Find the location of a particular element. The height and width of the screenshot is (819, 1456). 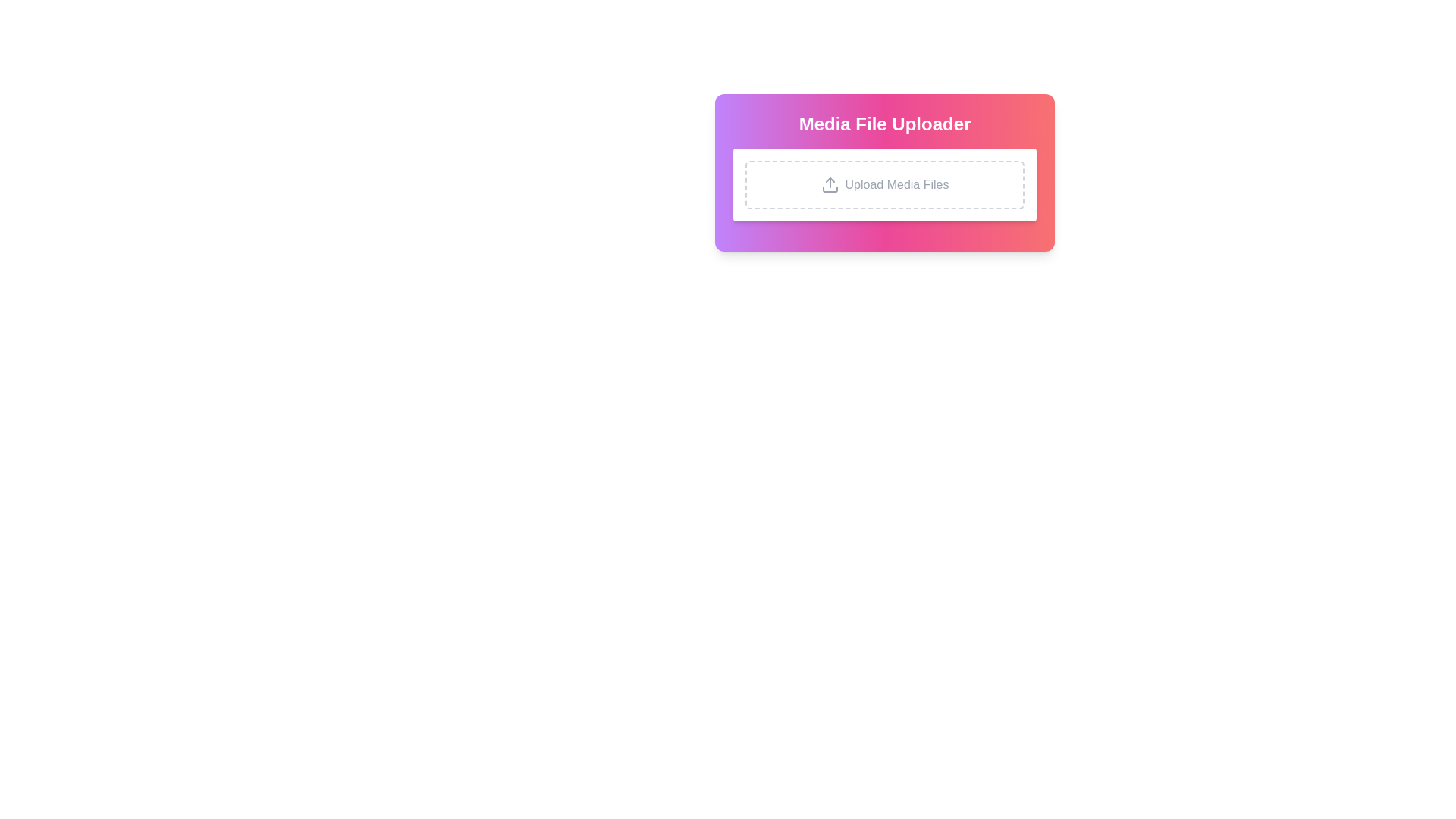

label that says 'Upload Media Files' within the dashed-bordered rectangular area in the 'Media File Uploader' card is located at coordinates (896, 184).